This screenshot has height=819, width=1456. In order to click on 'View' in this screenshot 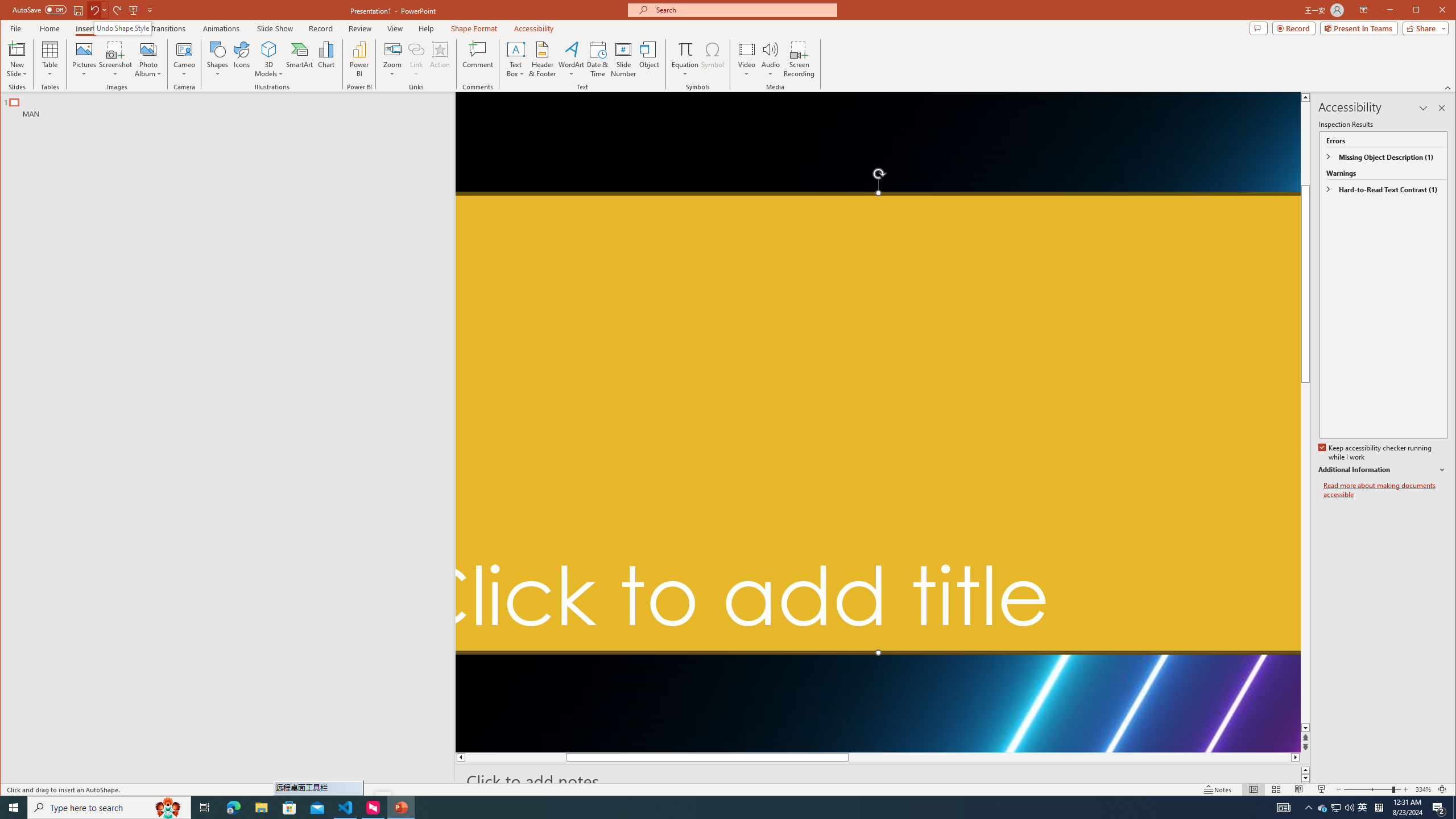, I will do `click(395, 28)`.